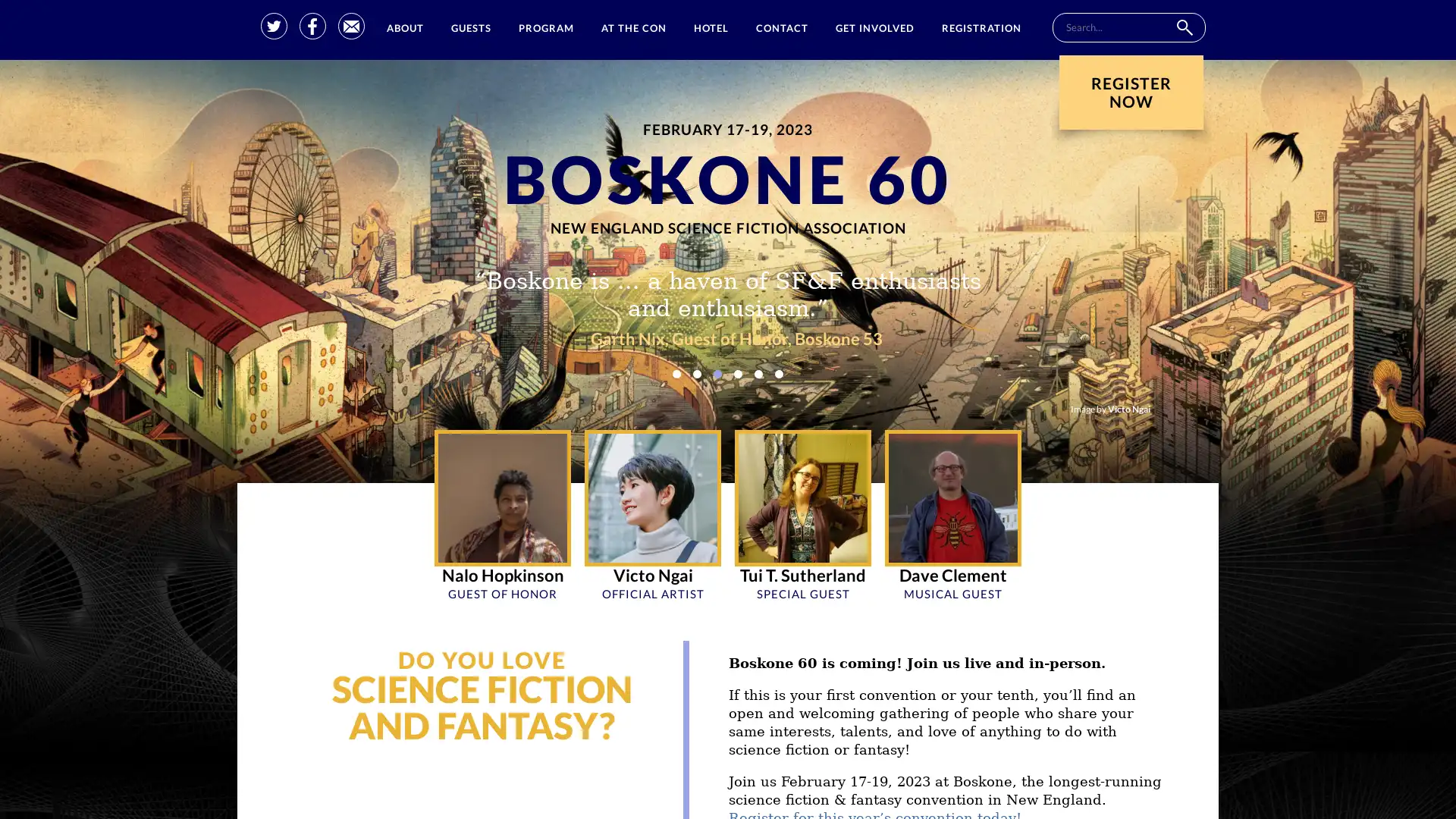 The width and height of the screenshot is (1456, 819). What do you see at coordinates (1183, 27) in the screenshot?
I see `Search` at bounding box center [1183, 27].